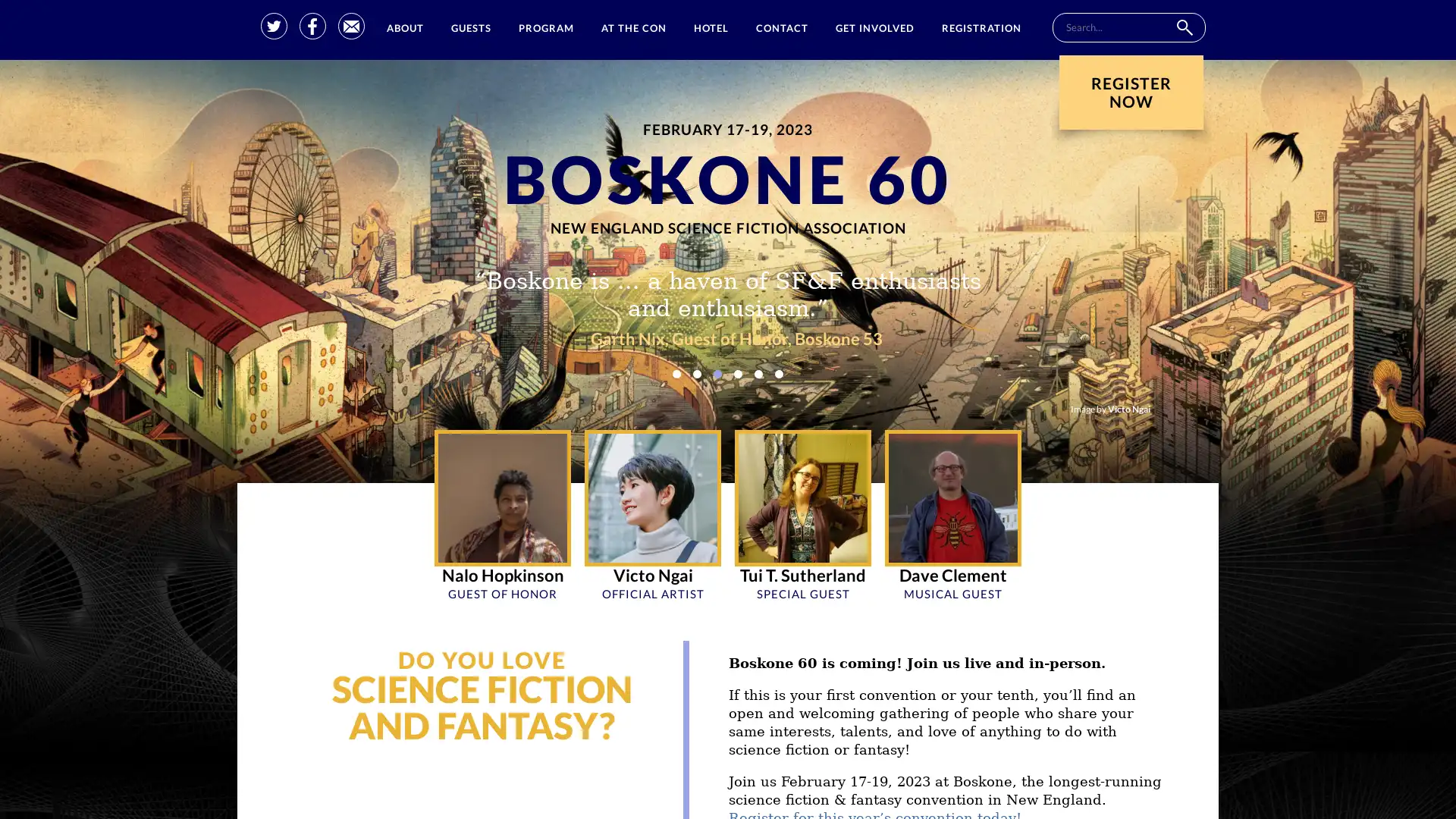 The width and height of the screenshot is (1456, 819). What do you see at coordinates (1183, 27) in the screenshot?
I see `Search` at bounding box center [1183, 27].